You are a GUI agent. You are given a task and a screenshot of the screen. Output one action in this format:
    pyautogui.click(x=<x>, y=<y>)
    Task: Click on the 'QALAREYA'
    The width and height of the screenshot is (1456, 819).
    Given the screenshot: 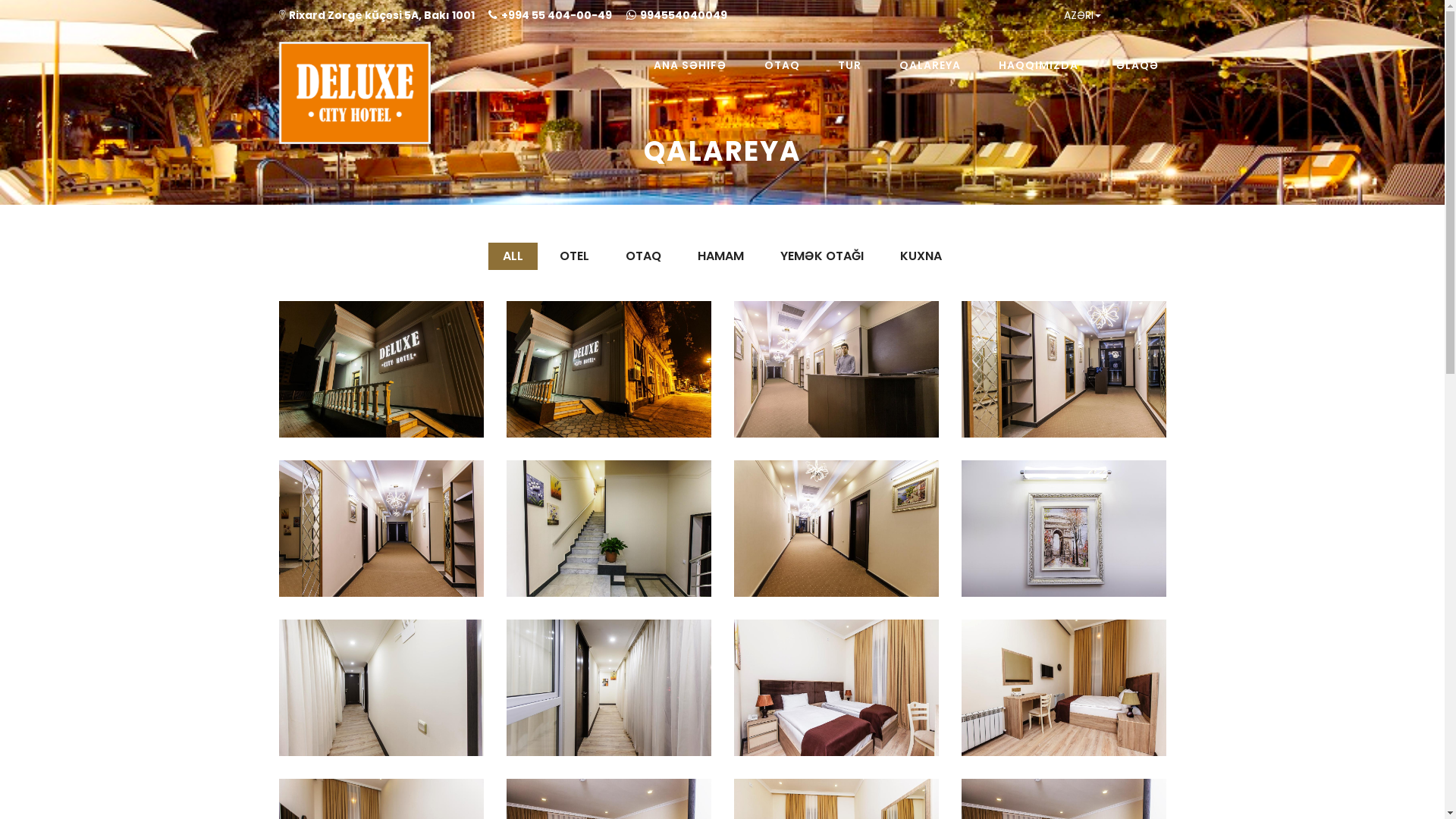 What is the action you would take?
    pyautogui.click(x=899, y=64)
    